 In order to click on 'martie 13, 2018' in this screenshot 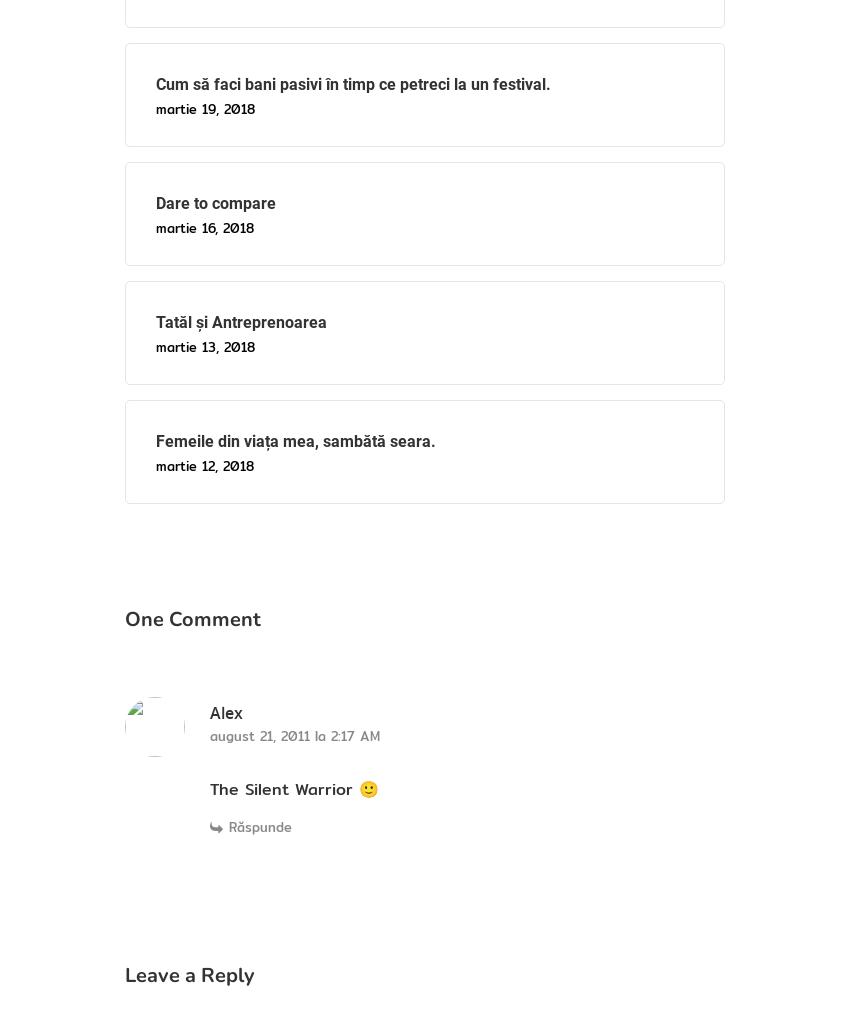, I will do `click(203, 345)`.